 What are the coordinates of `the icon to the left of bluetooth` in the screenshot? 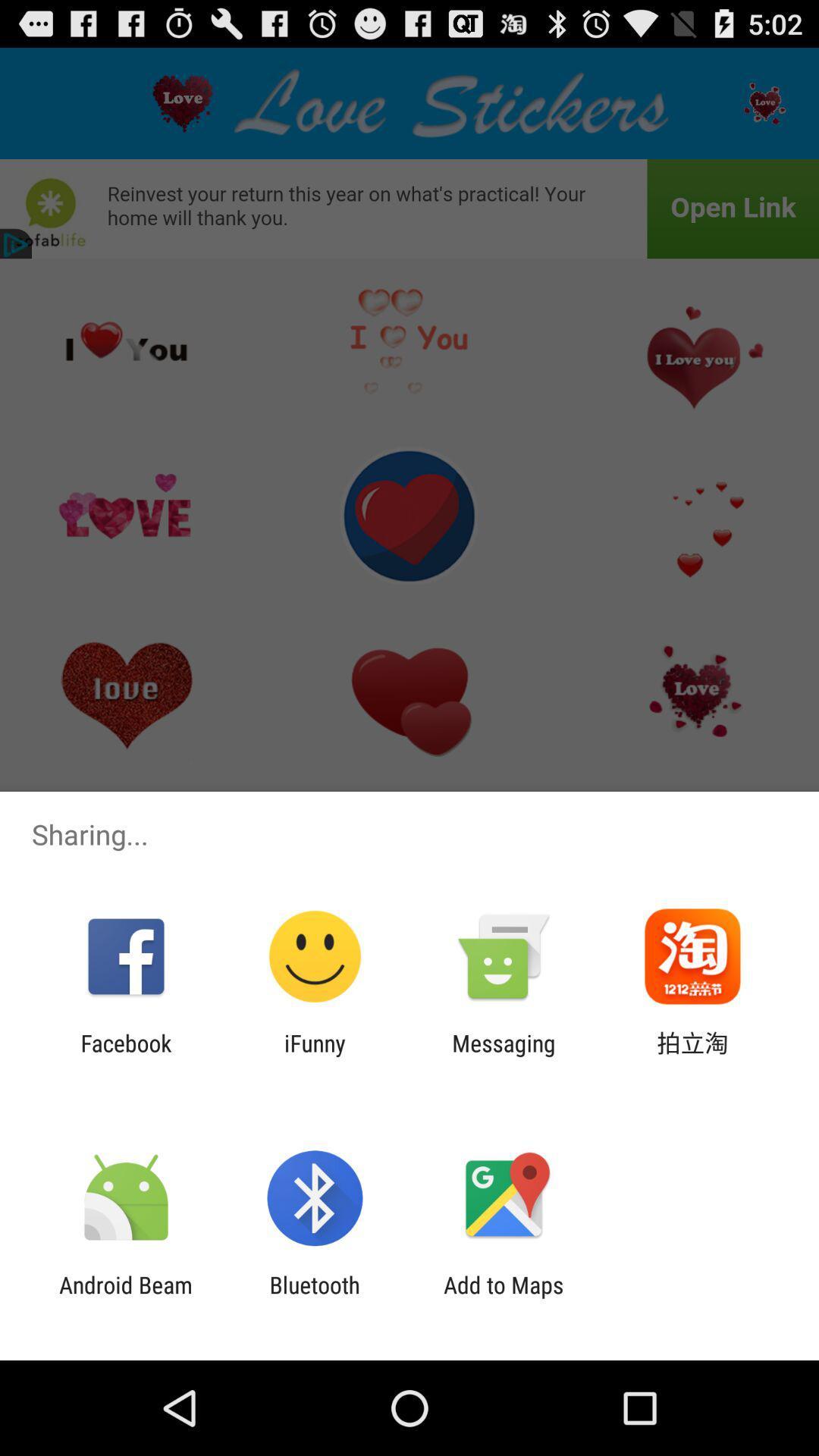 It's located at (125, 1298).